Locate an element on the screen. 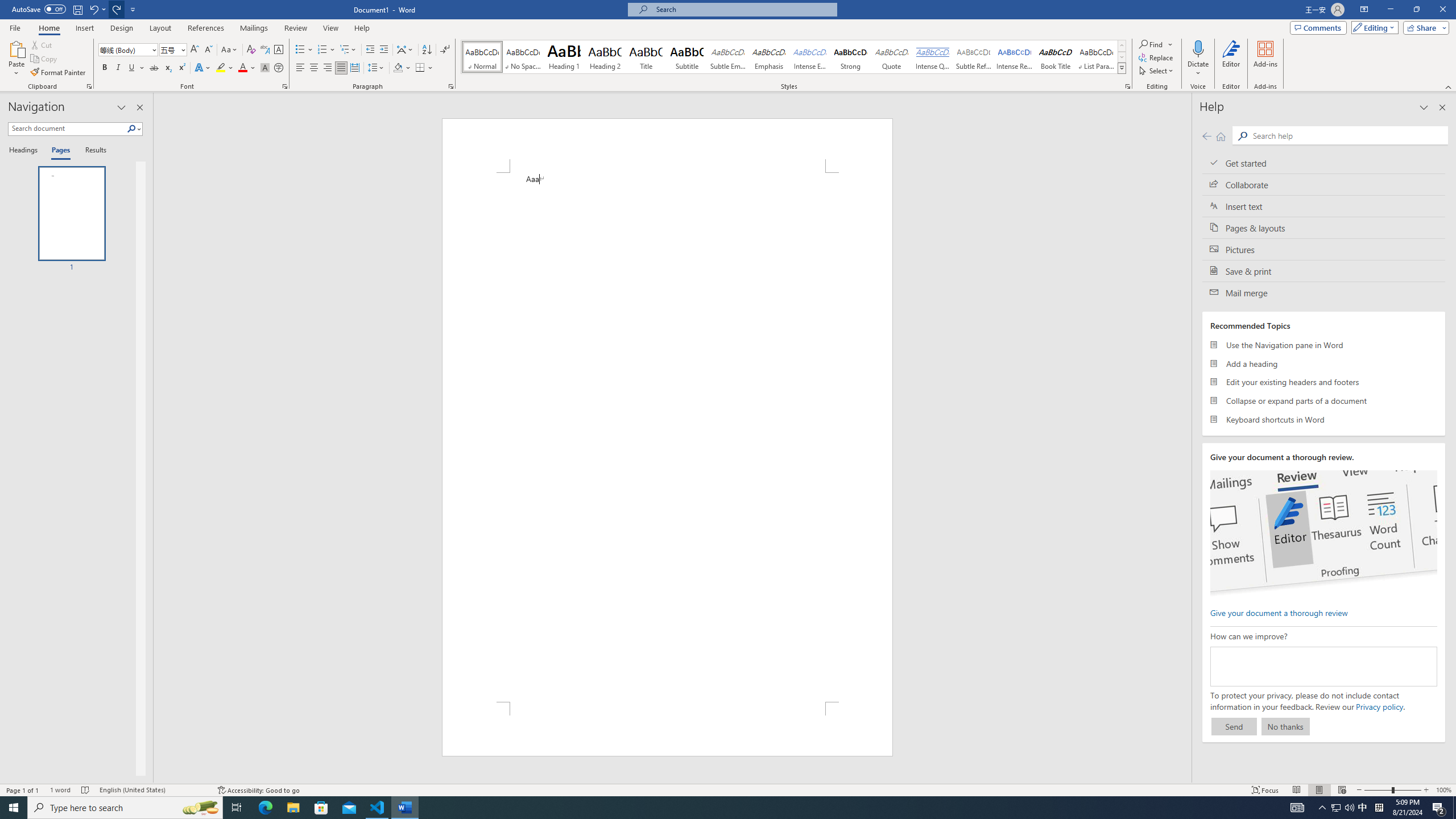 Image resolution: width=1456 pixels, height=819 pixels. 'Add a heading' is located at coordinates (1323, 363).